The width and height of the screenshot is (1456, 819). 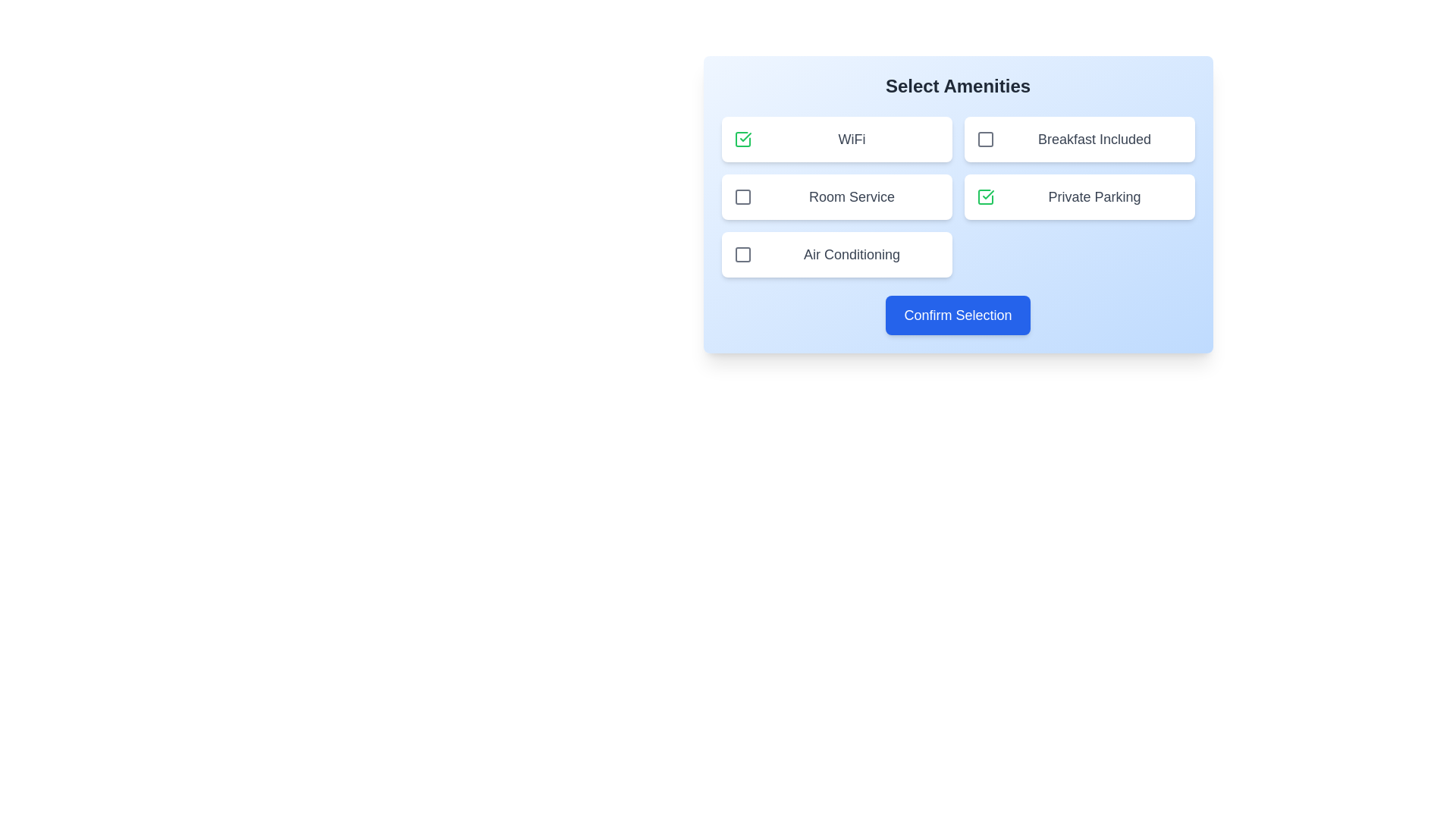 What do you see at coordinates (836, 140) in the screenshot?
I see `the 'WiFi' amenity option, which is the first selectable item` at bounding box center [836, 140].